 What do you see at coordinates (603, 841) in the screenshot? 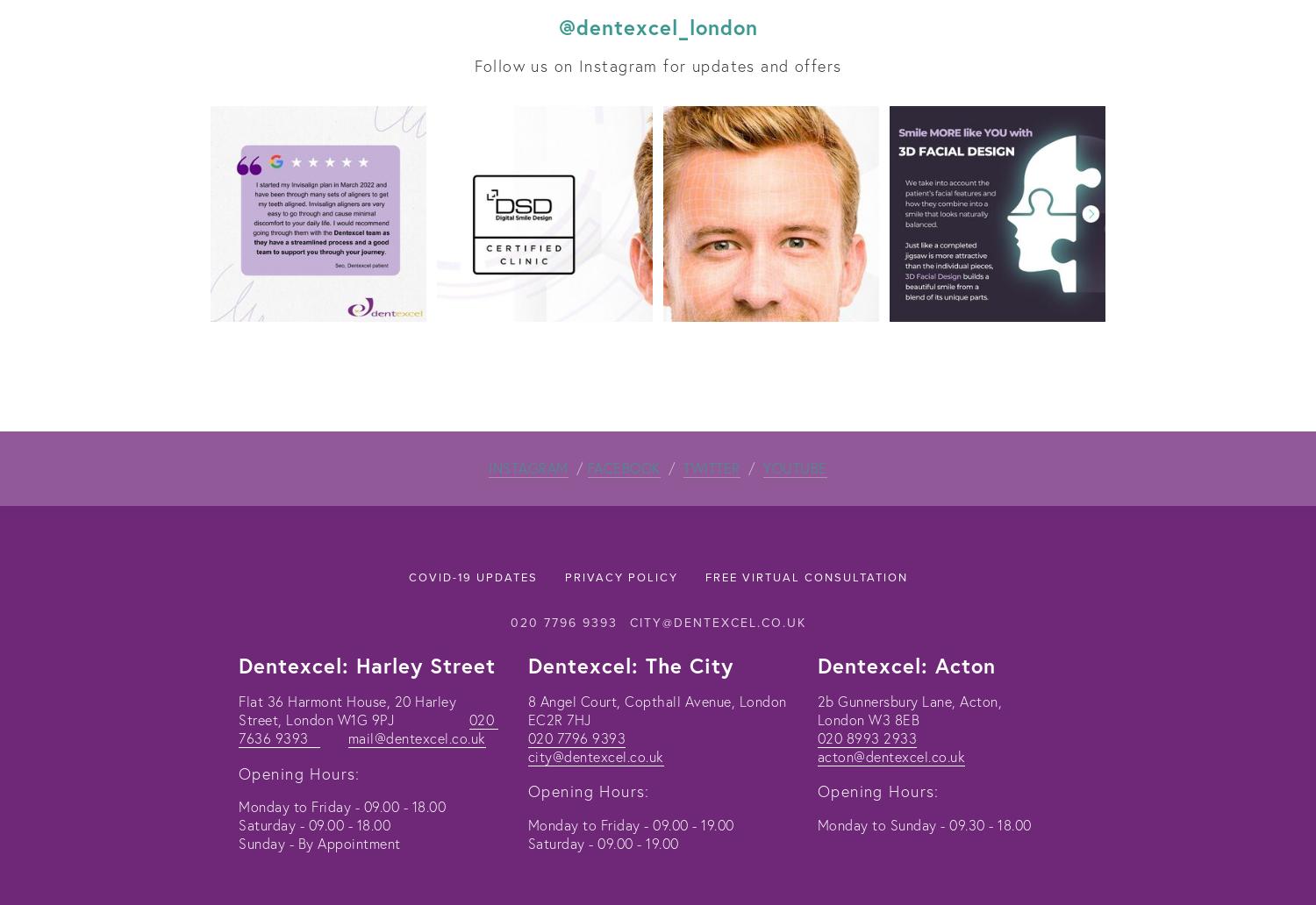
I see `'Saturday - 09.00 - 19.00'` at bounding box center [603, 841].